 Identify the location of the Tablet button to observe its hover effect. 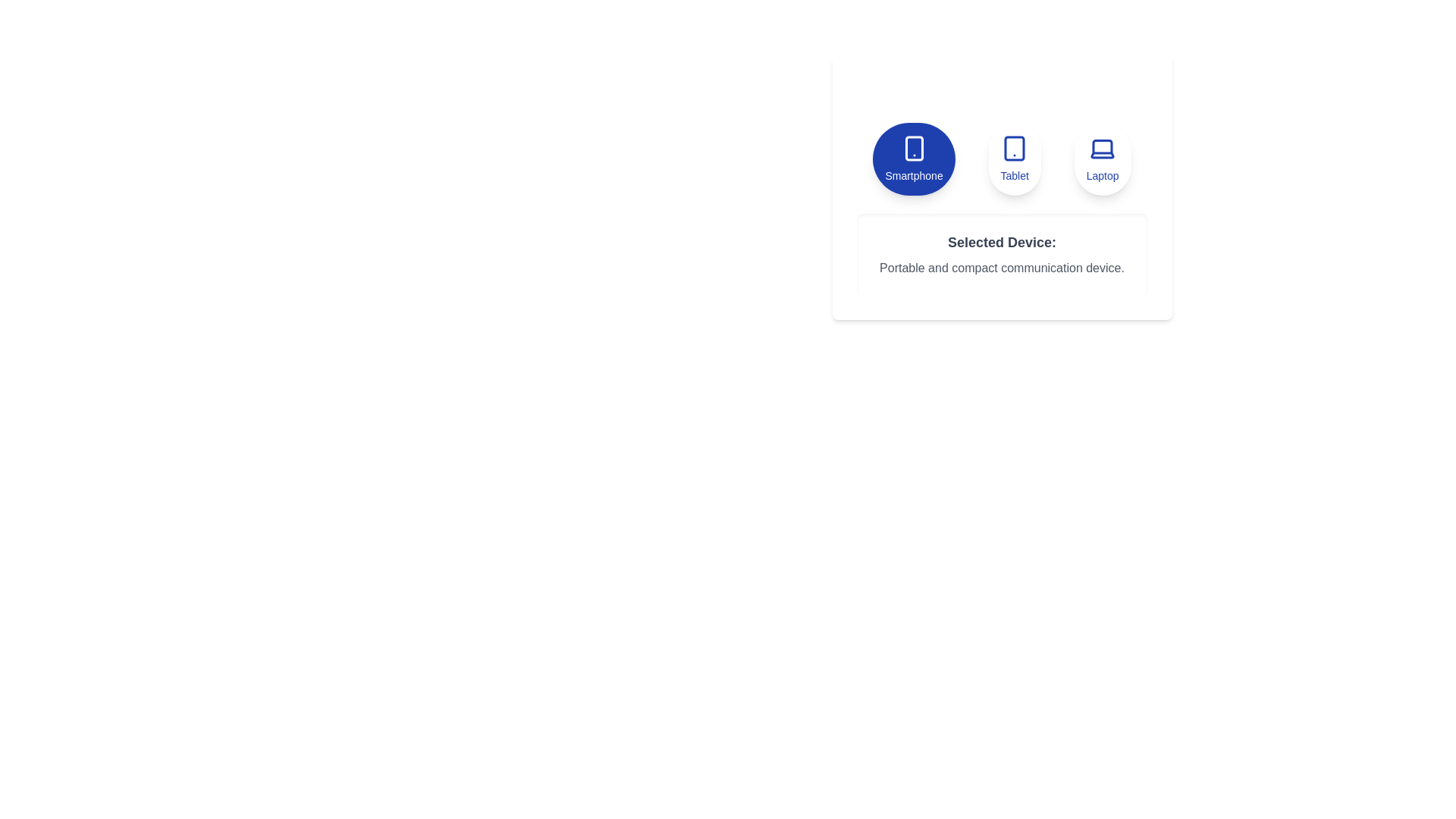
(1015, 158).